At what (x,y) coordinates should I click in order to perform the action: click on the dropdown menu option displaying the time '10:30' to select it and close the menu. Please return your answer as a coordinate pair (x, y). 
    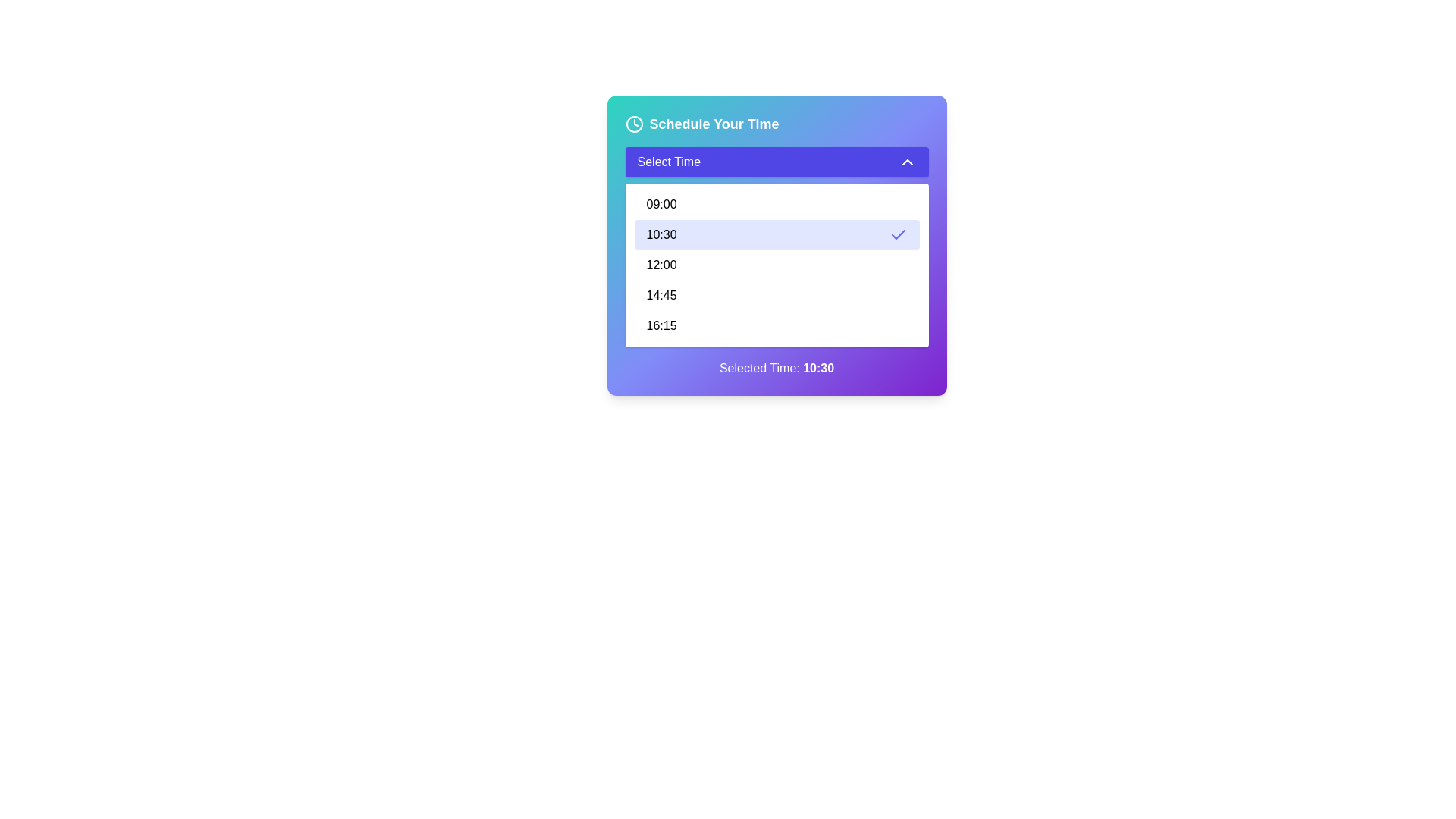
    Looking at the image, I should click on (661, 234).